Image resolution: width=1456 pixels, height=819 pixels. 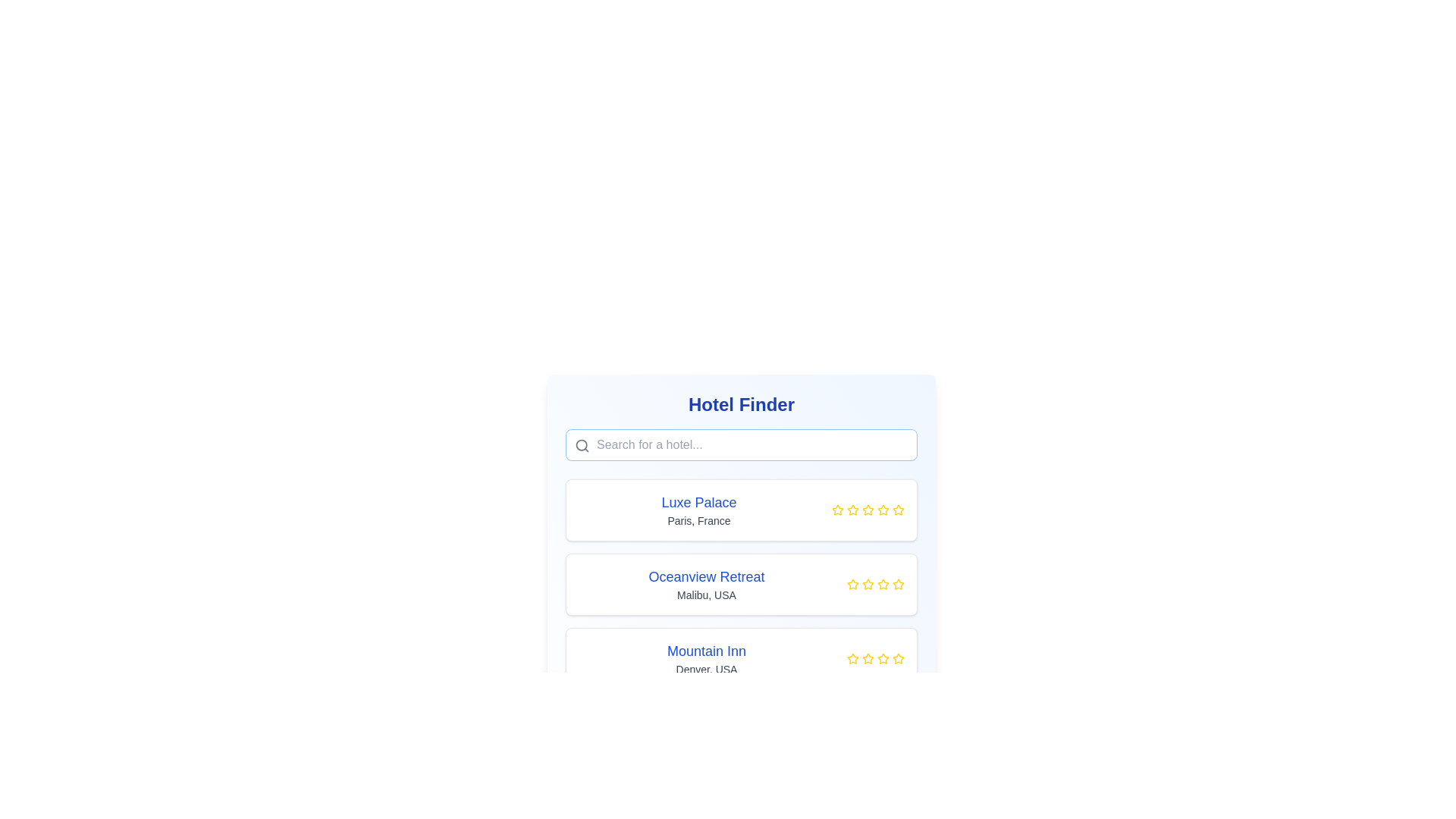 I want to click on the visual representation of the star icon used for rating in the 'Luxe Palace' hotel listing, which is the first star in a horizontal row of rating stars, so click(x=852, y=510).